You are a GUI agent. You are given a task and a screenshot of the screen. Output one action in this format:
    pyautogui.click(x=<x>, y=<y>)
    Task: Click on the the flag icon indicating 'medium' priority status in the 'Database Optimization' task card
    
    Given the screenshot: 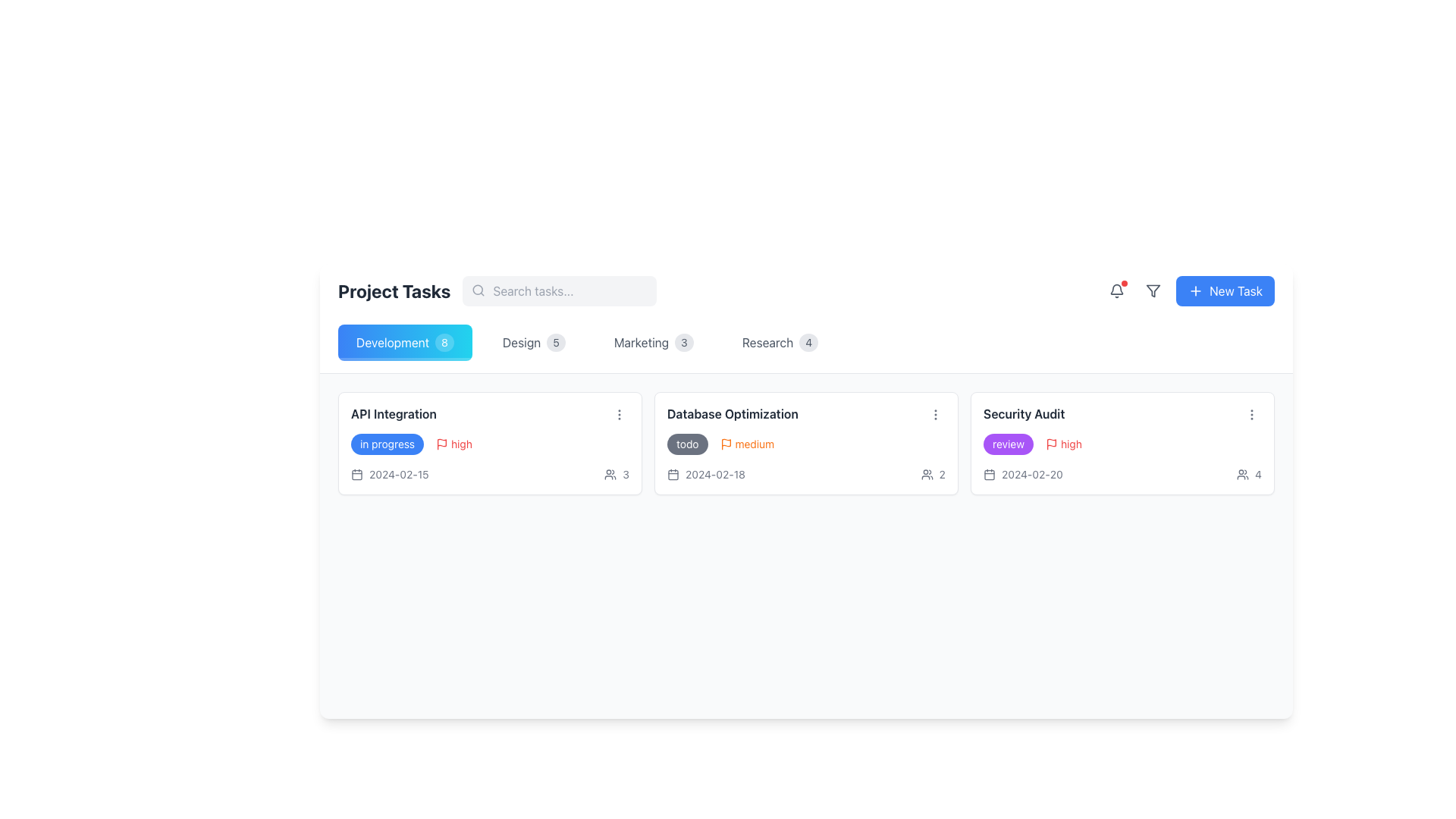 What is the action you would take?
    pyautogui.click(x=725, y=444)
    